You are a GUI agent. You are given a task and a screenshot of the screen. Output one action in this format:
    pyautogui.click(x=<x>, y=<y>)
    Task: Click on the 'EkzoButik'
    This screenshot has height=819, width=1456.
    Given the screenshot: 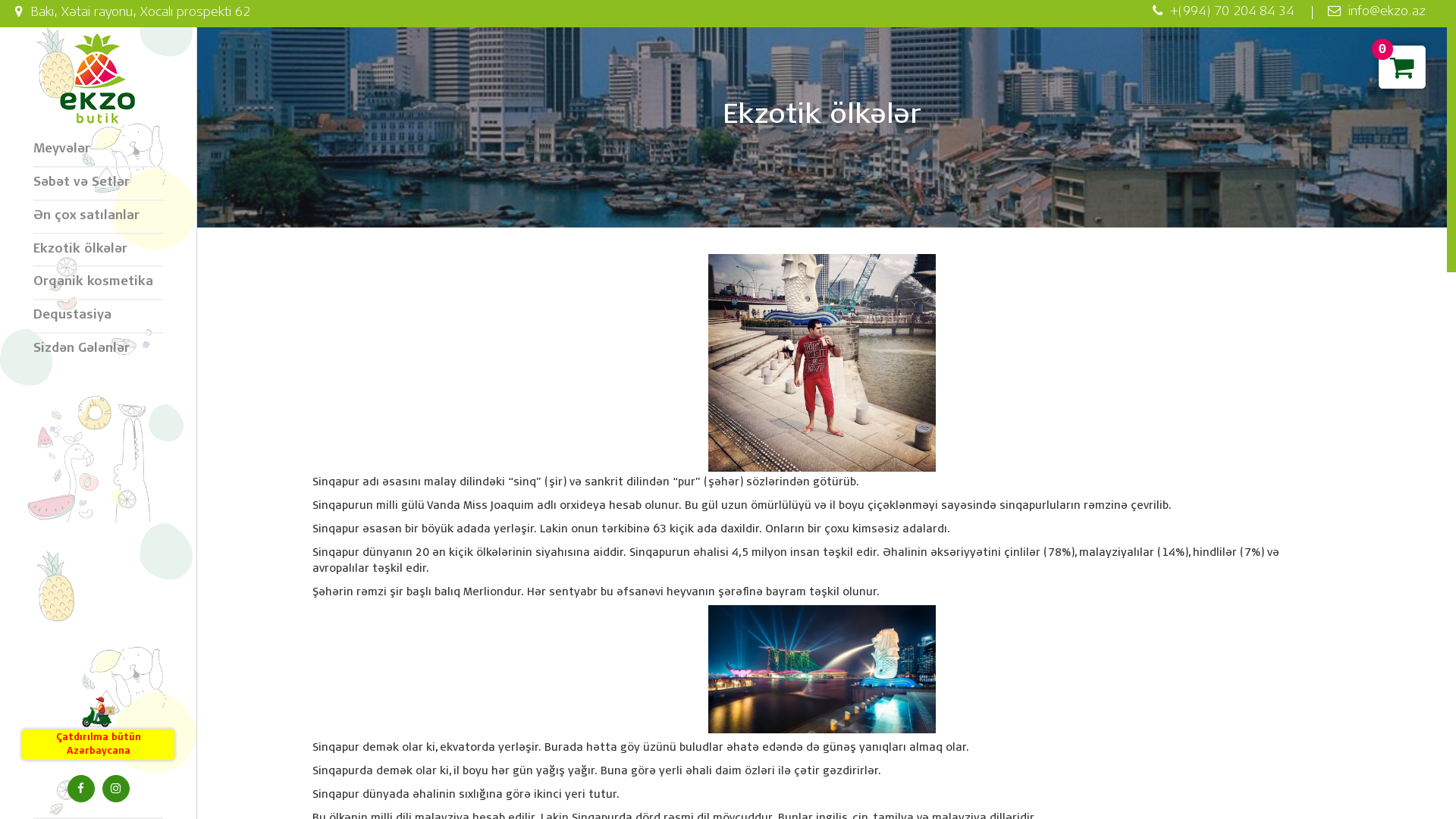 What is the action you would take?
    pyautogui.click(x=97, y=79)
    